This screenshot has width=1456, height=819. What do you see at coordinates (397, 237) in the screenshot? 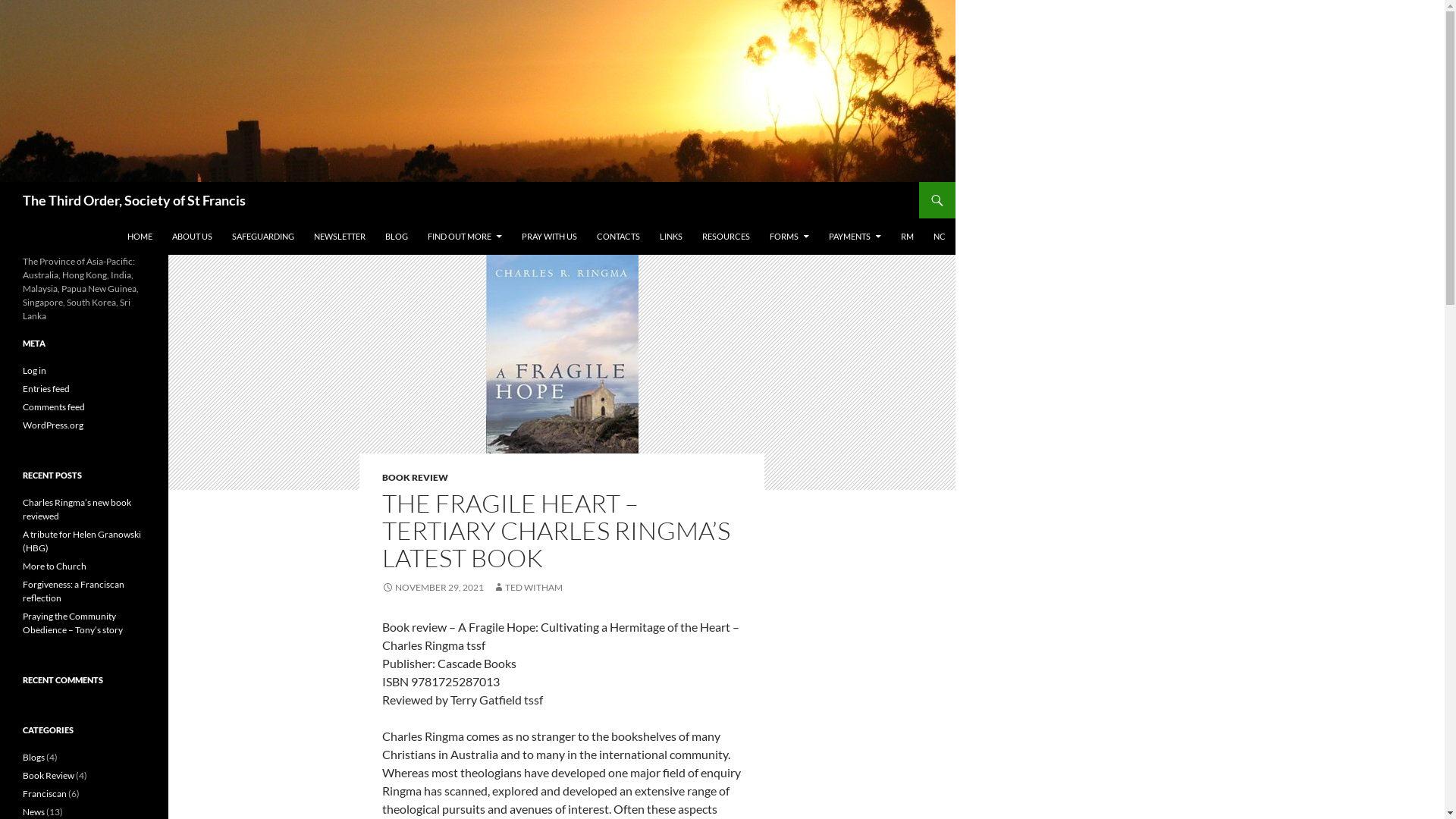
I see `'BLOG'` at bounding box center [397, 237].